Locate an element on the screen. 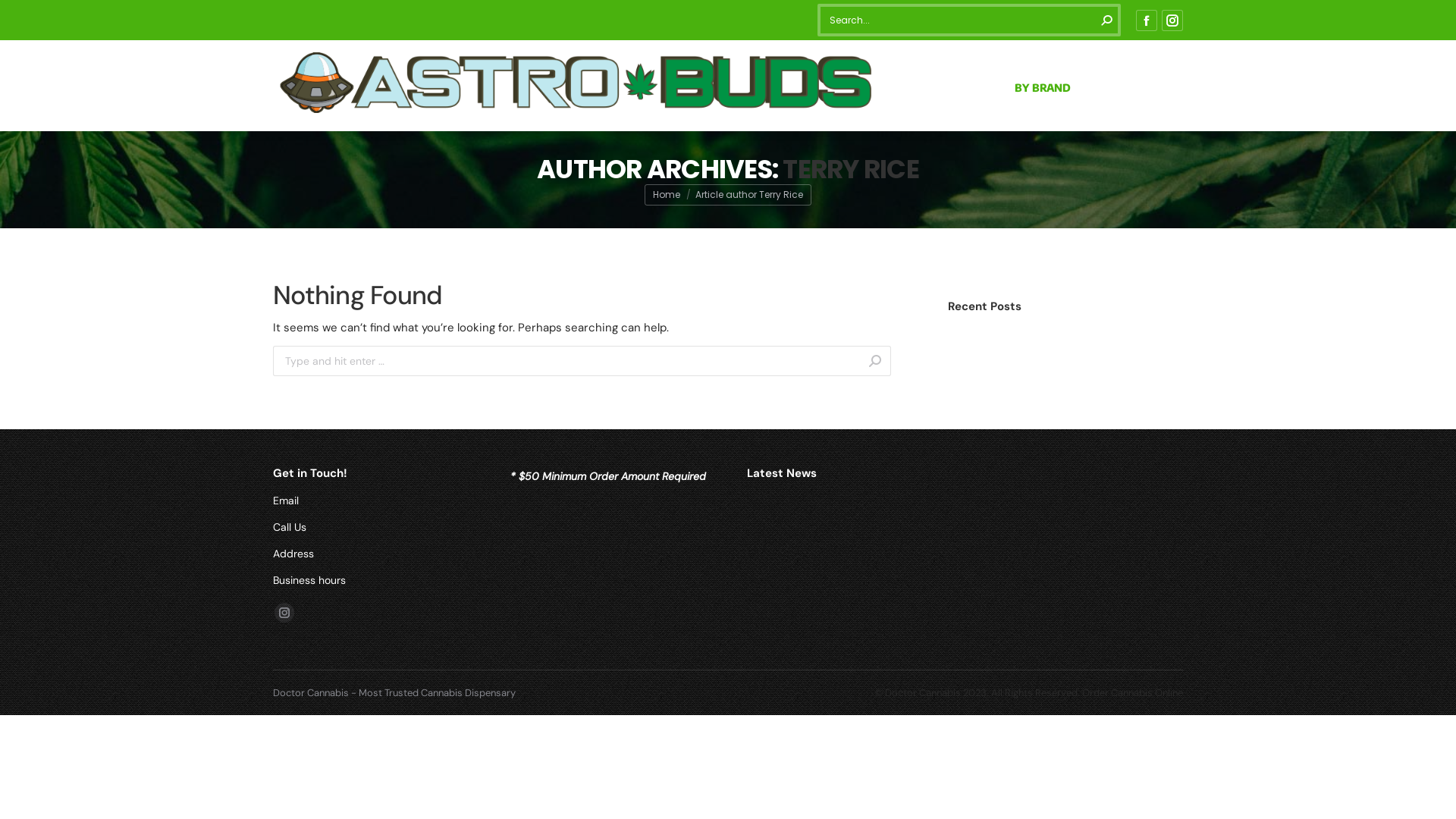 This screenshot has width=1456, height=819. 'Home' is located at coordinates (666, 193).